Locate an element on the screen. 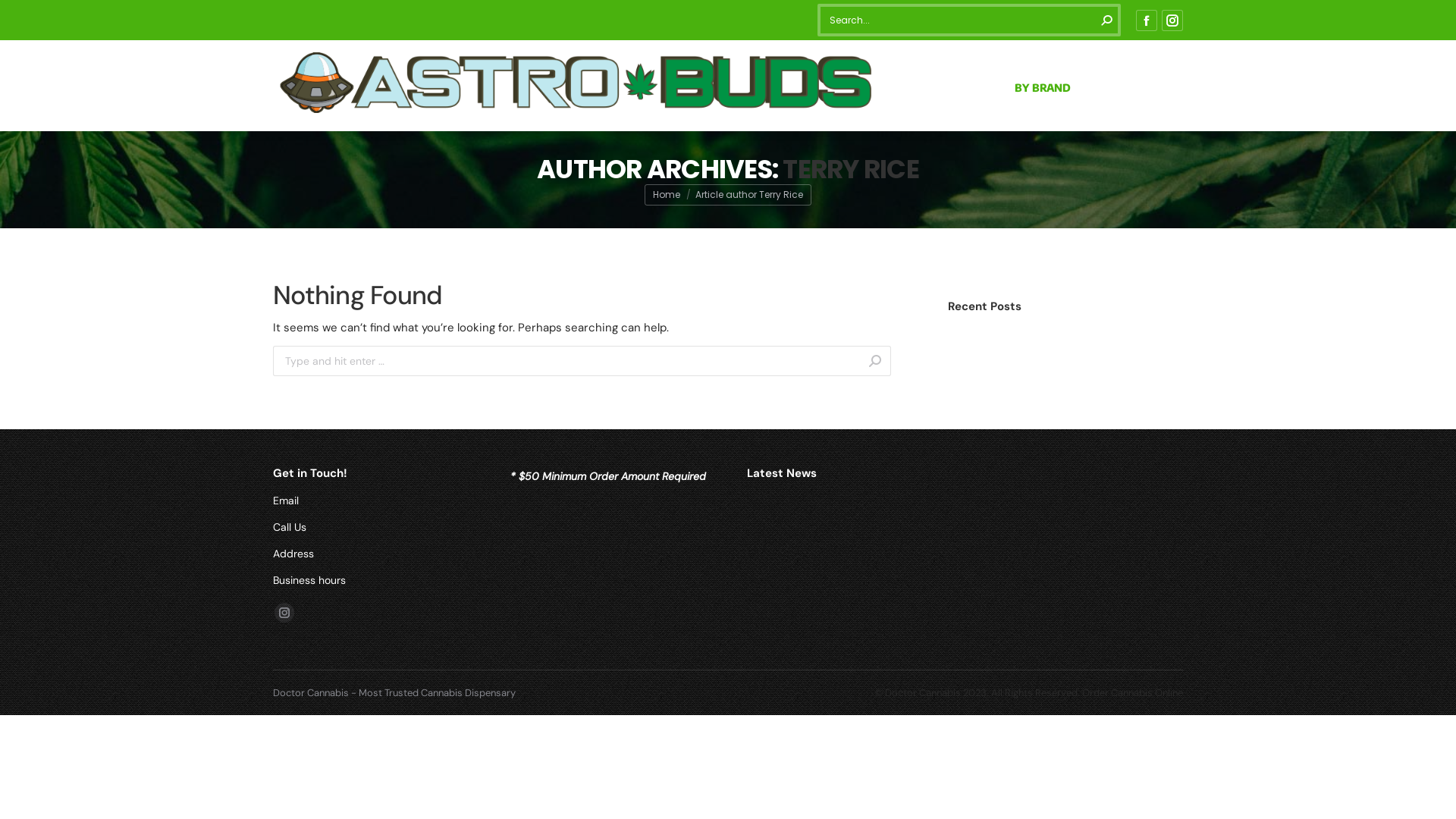 This screenshot has width=1456, height=819. 'Home' is located at coordinates (666, 193).